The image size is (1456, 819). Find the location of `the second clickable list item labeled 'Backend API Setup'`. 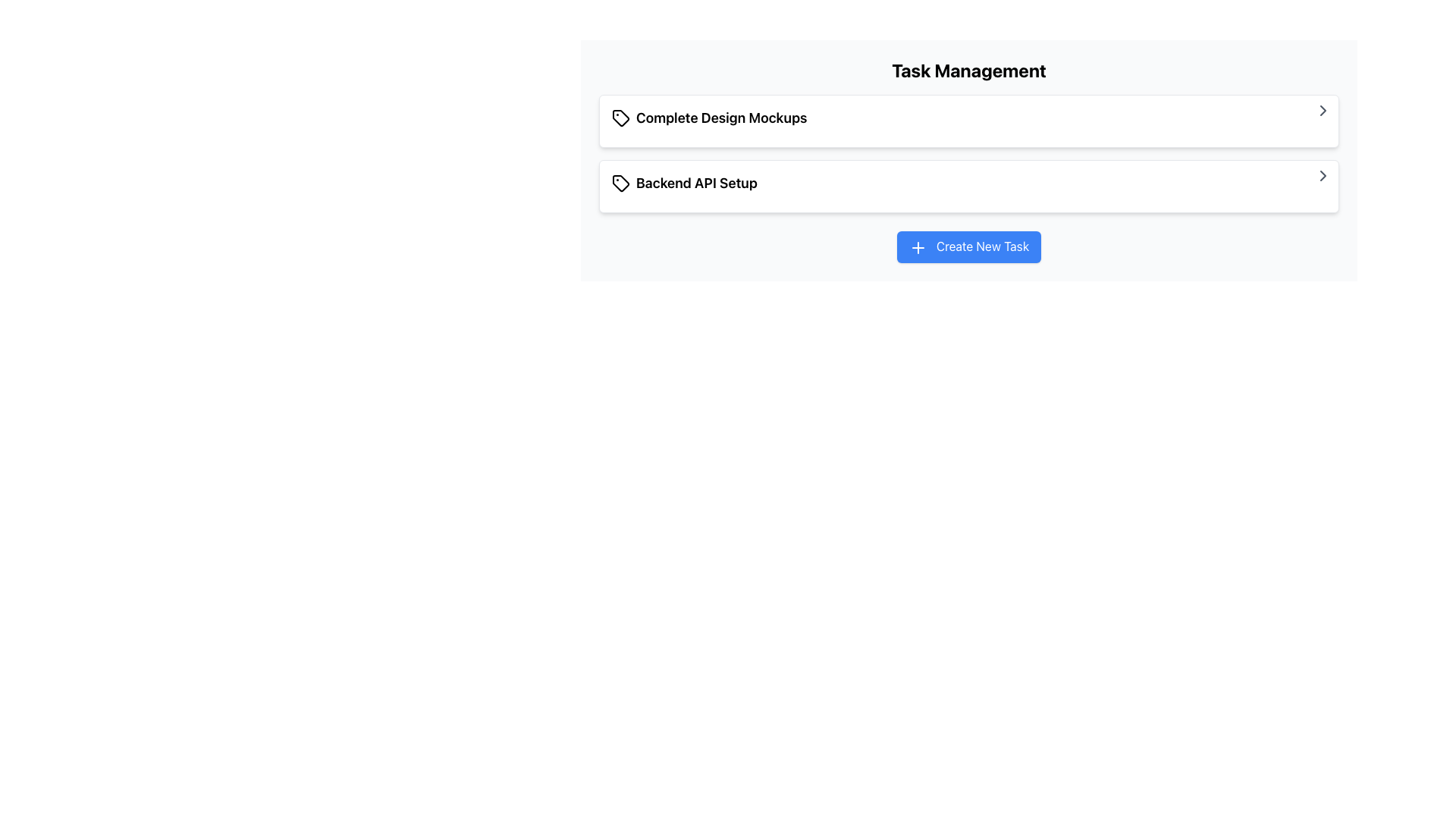

the second clickable list item labeled 'Backend API Setup' is located at coordinates (968, 186).